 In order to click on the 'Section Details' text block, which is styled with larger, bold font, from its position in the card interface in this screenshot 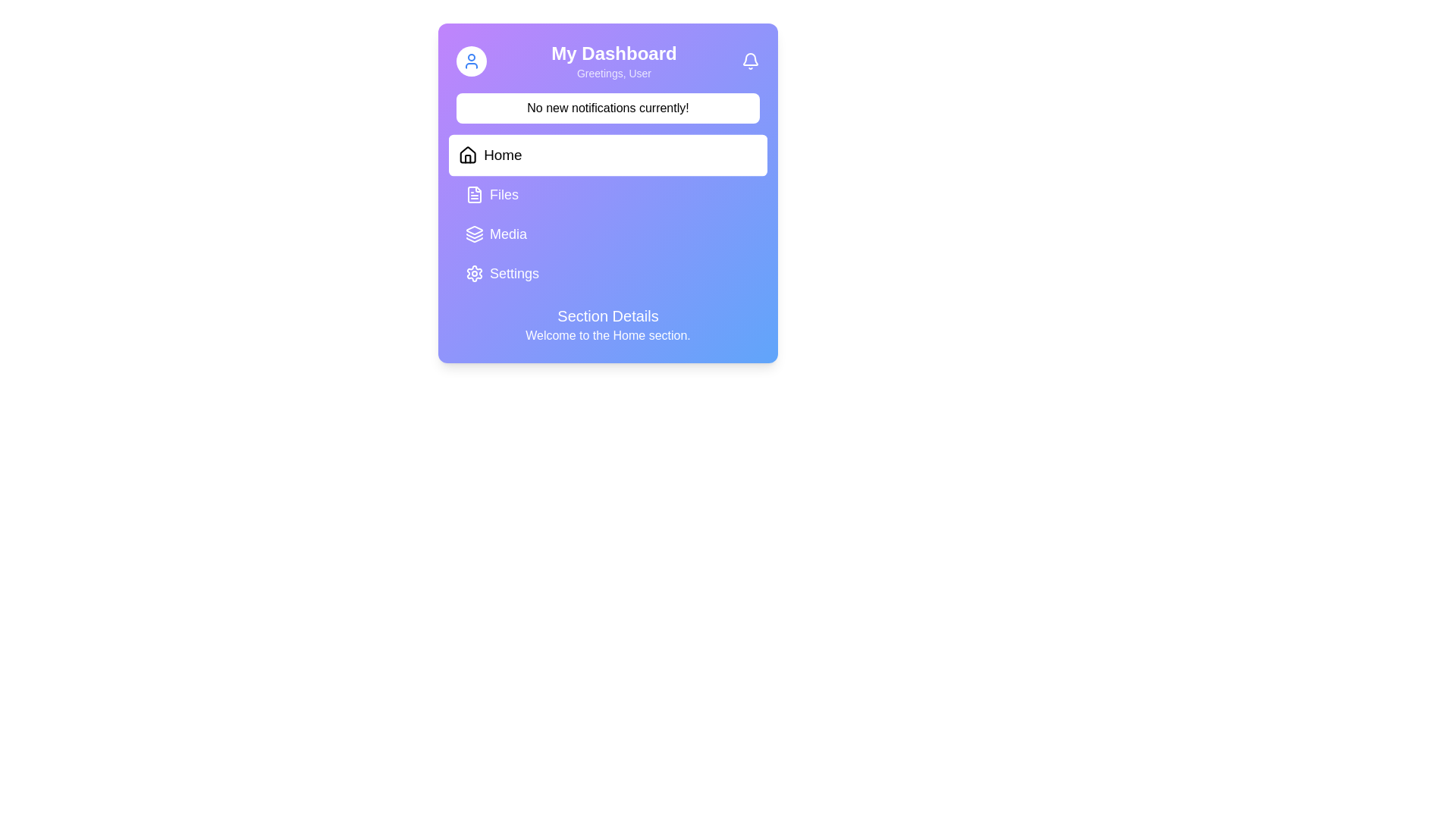, I will do `click(607, 324)`.